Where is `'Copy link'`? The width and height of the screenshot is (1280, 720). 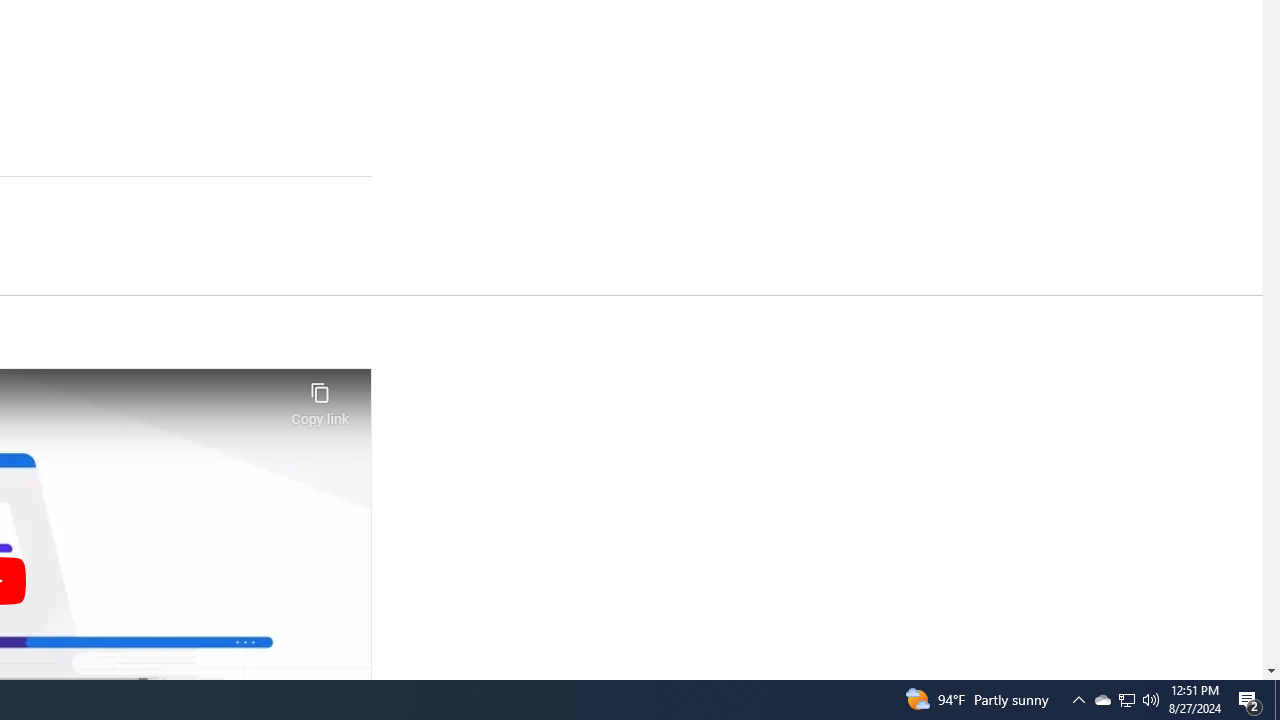 'Copy link' is located at coordinates (320, 398).